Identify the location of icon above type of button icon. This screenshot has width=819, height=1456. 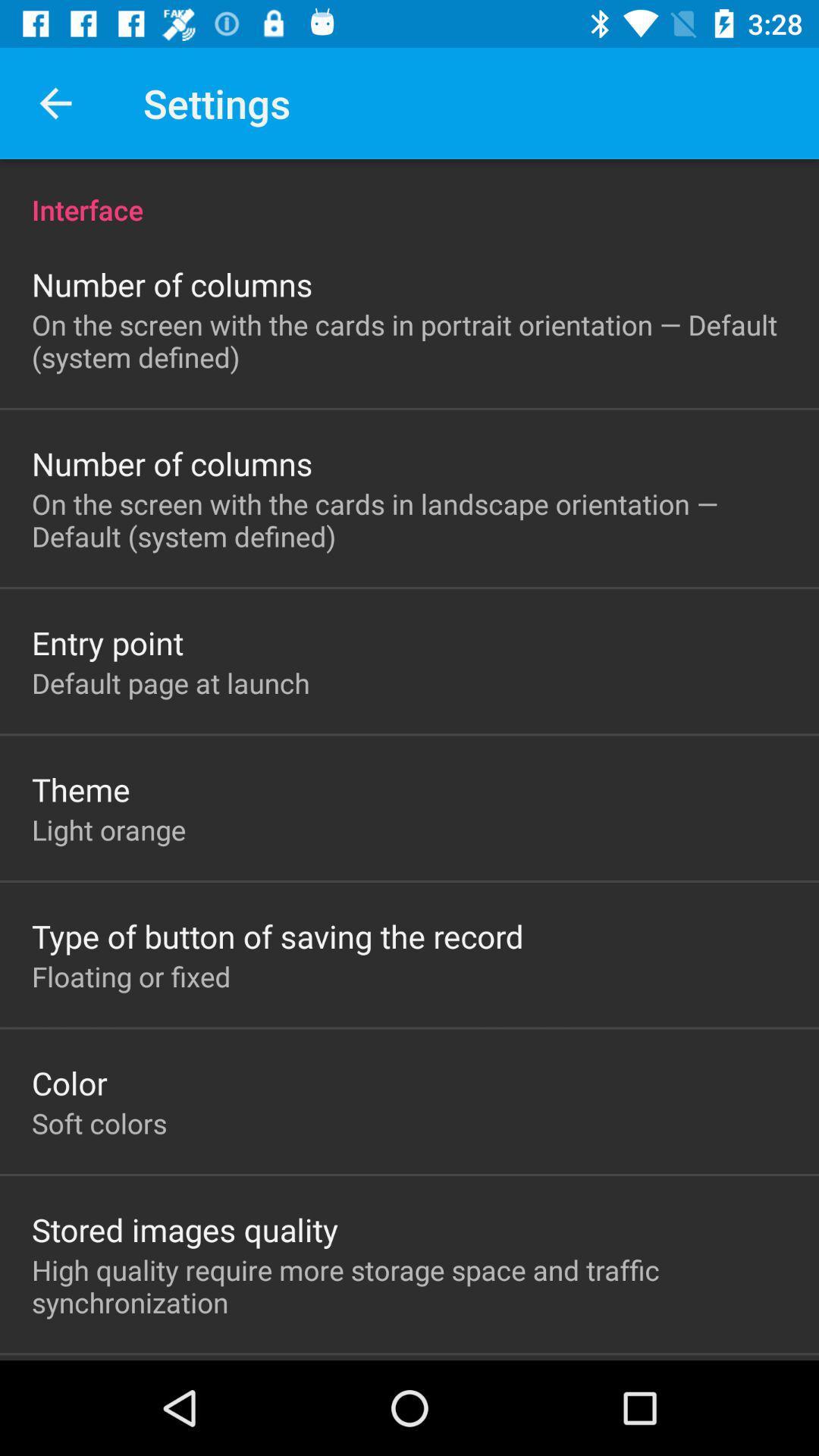
(108, 829).